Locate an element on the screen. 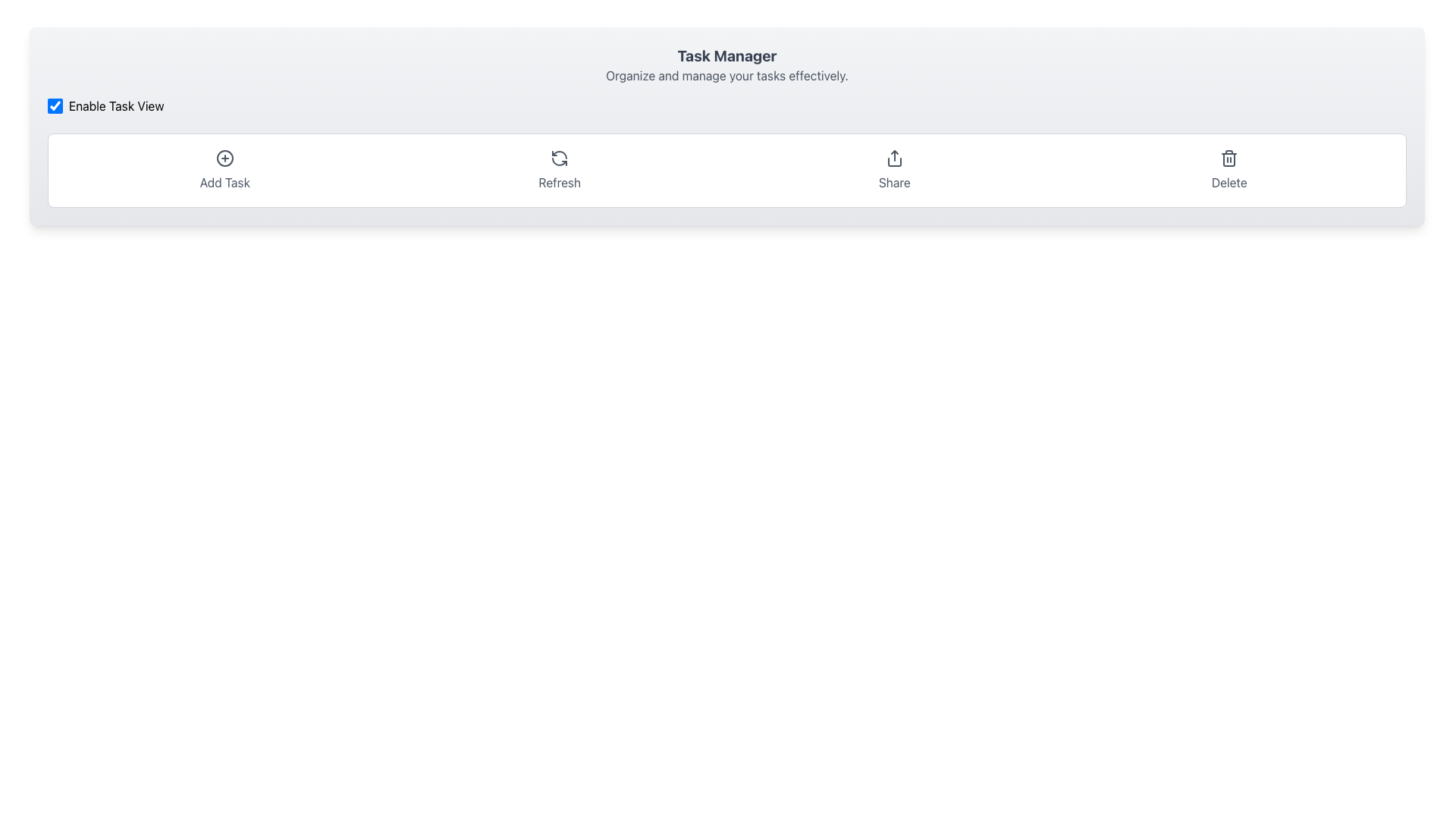 The image size is (1456, 819). the share icon, which is an upward arrow with a gray stroke, located in the horizontal toolbar at the top of the application interface is located at coordinates (894, 158).